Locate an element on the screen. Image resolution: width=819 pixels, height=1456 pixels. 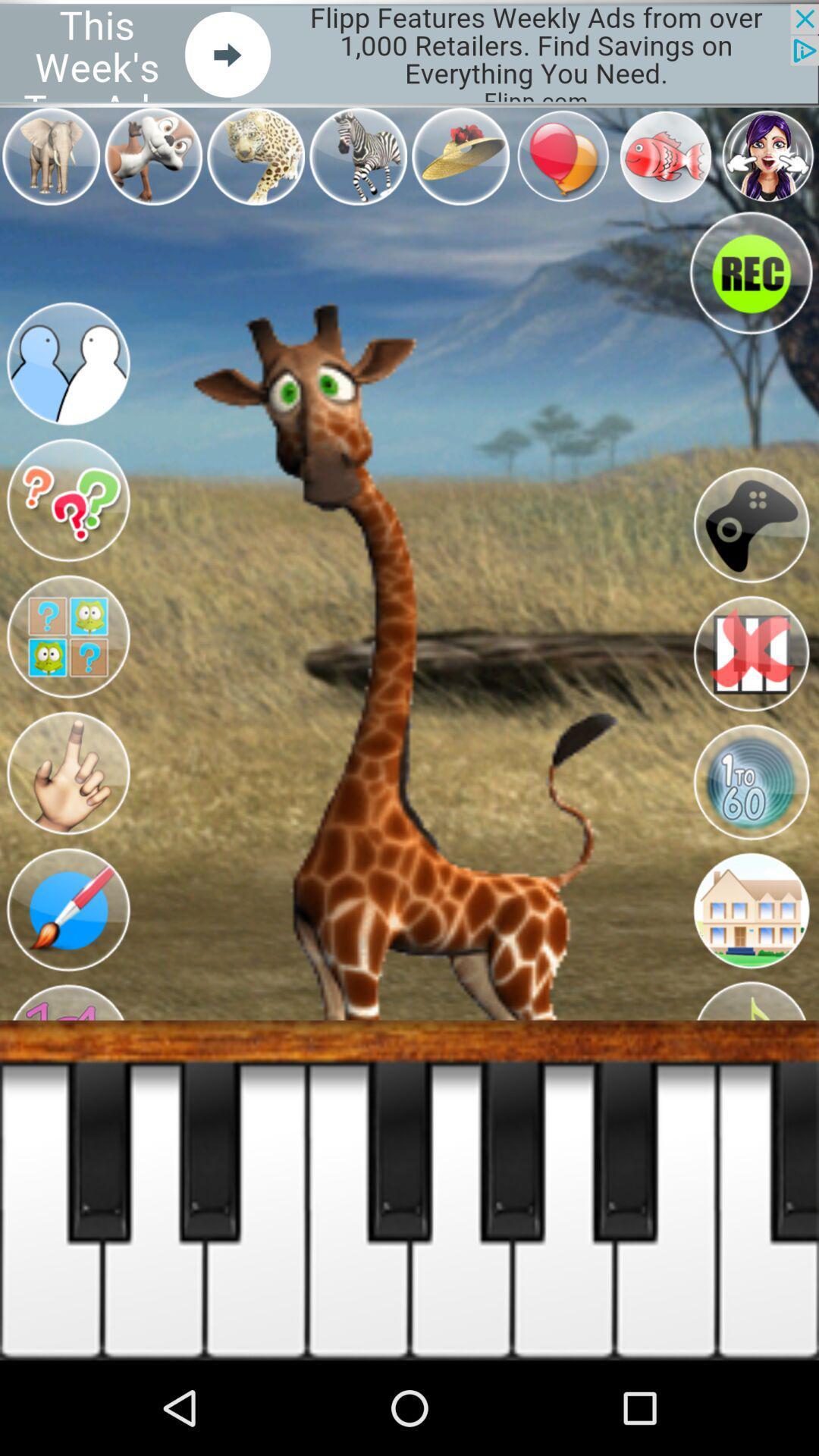
the icon which is left side of the hat is located at coordinates (358, 156).